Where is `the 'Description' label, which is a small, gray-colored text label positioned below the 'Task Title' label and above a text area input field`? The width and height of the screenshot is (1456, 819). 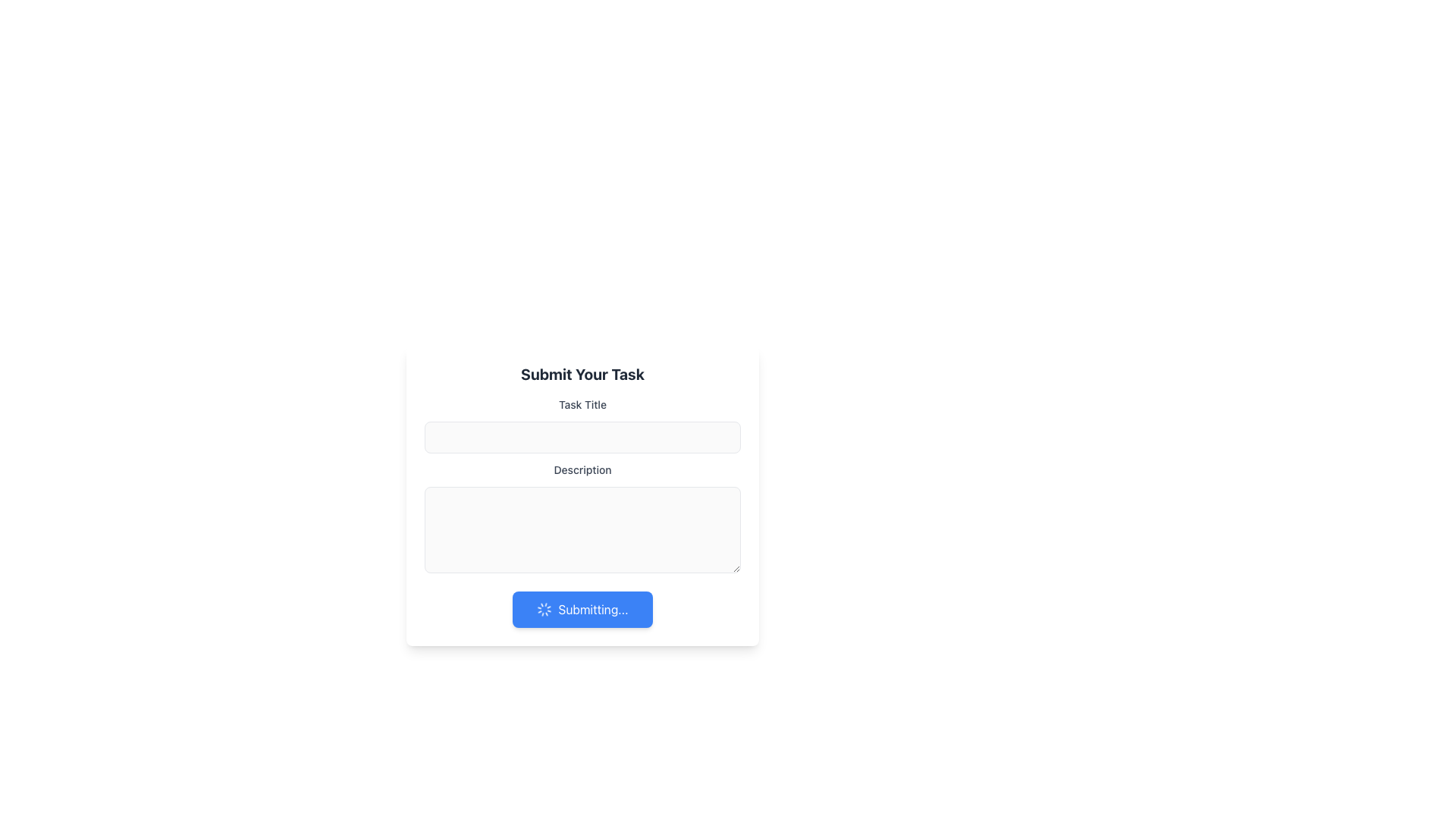 the 'Description' label, which is a small, gray-colored text label positioned below the 'Task Title' label and above a text area input field is located at coordinates (582, 469).